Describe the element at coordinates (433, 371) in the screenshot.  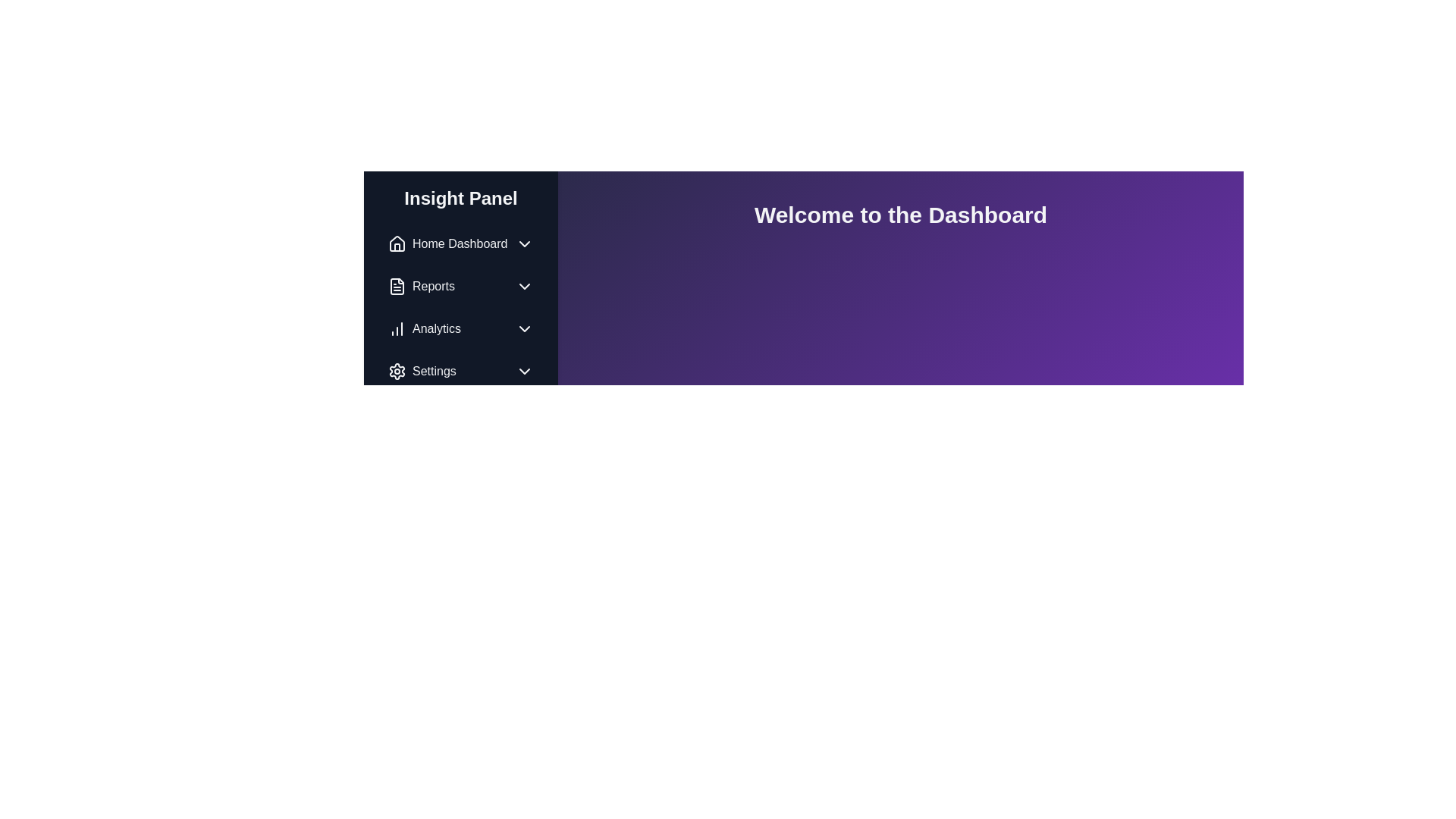
I see `the 'Settings' text label in the left navigation panel` at that location.